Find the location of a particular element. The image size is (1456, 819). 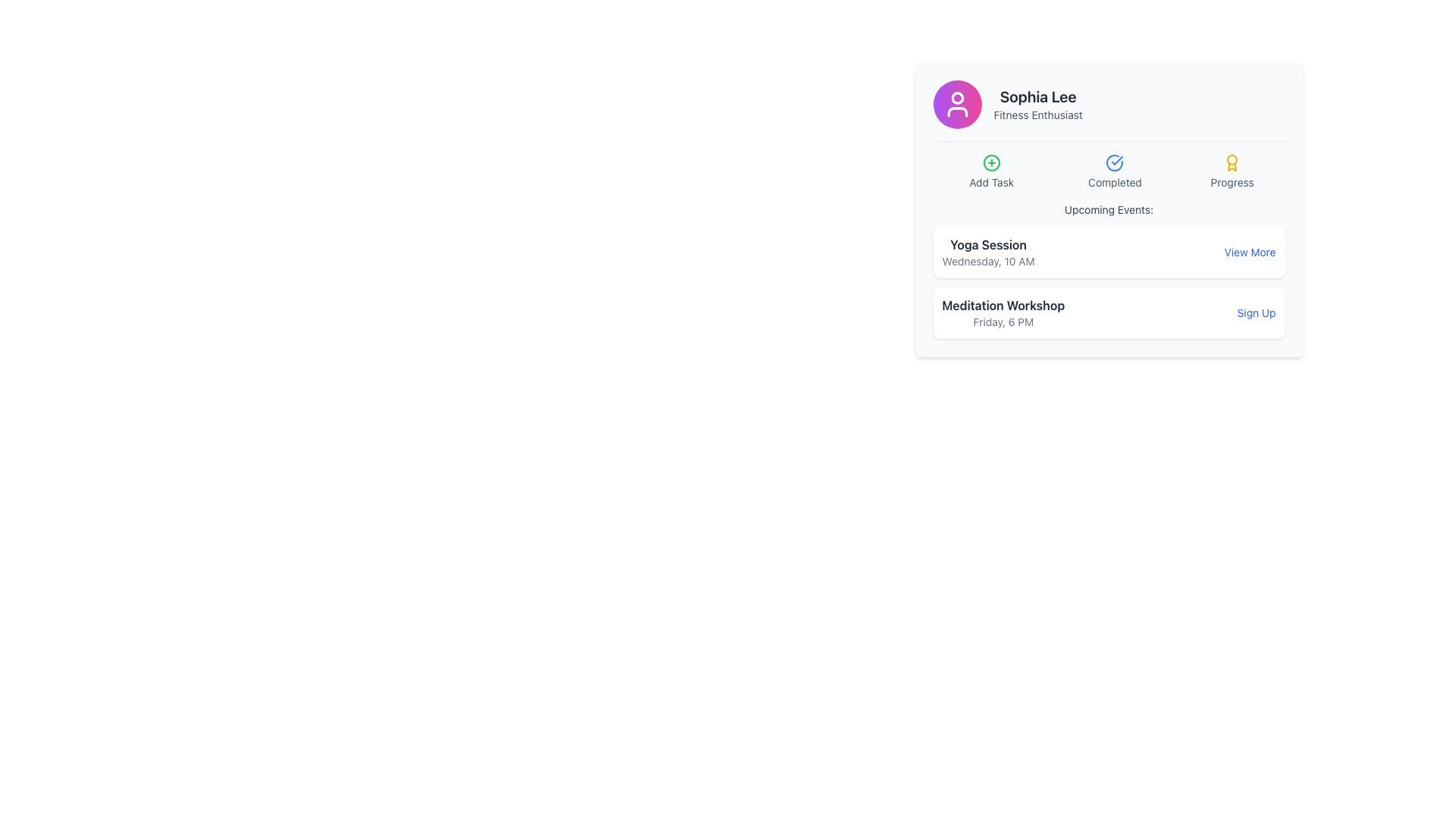

the Graphic Icon (SVG) that visually represents completion or confirmation, located centrally within the section titled 'Completed.' is located at coordinates (1115, 163).